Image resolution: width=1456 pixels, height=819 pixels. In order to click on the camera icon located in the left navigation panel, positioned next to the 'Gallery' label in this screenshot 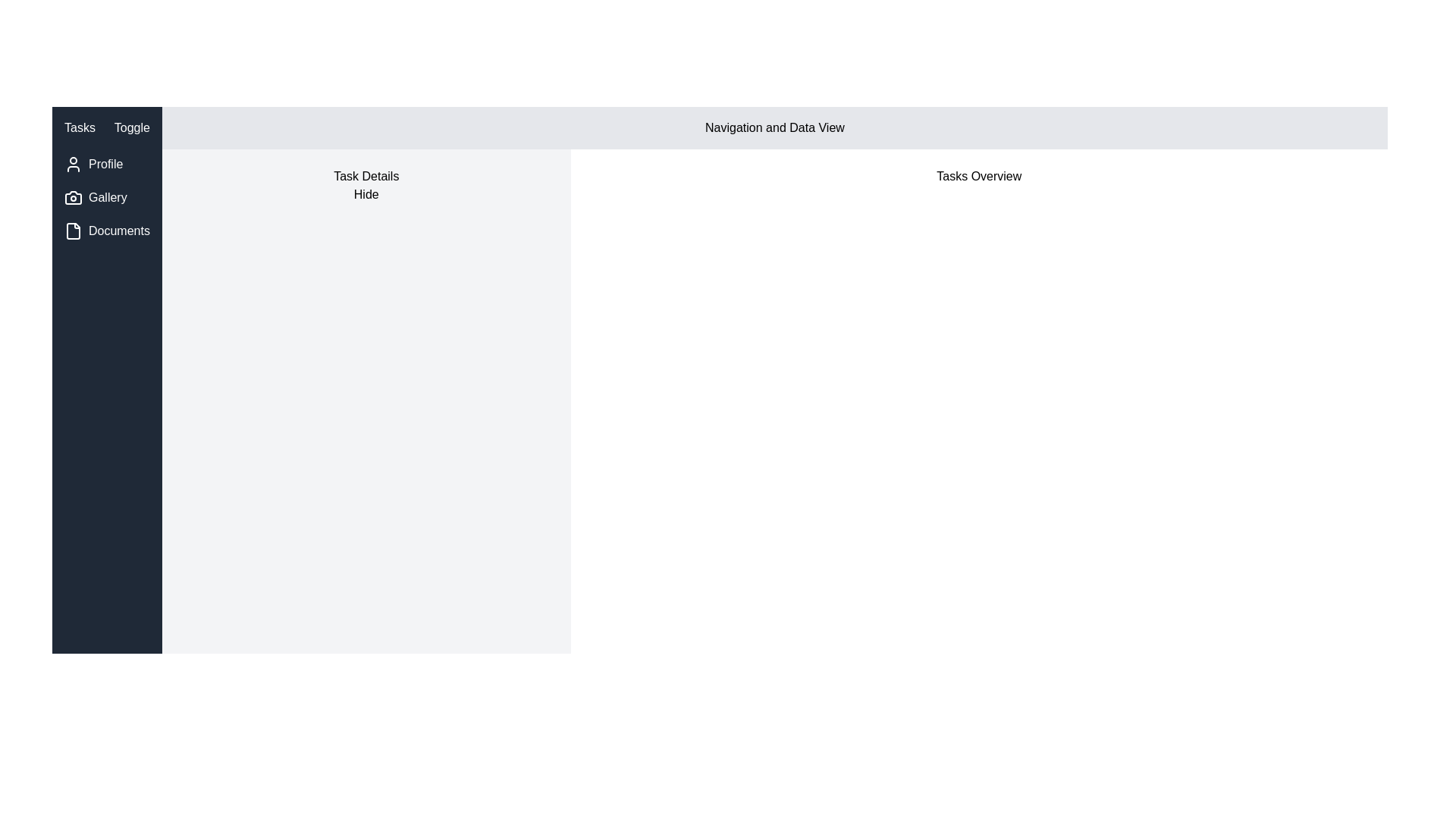, I will do `click(72, 197)`.